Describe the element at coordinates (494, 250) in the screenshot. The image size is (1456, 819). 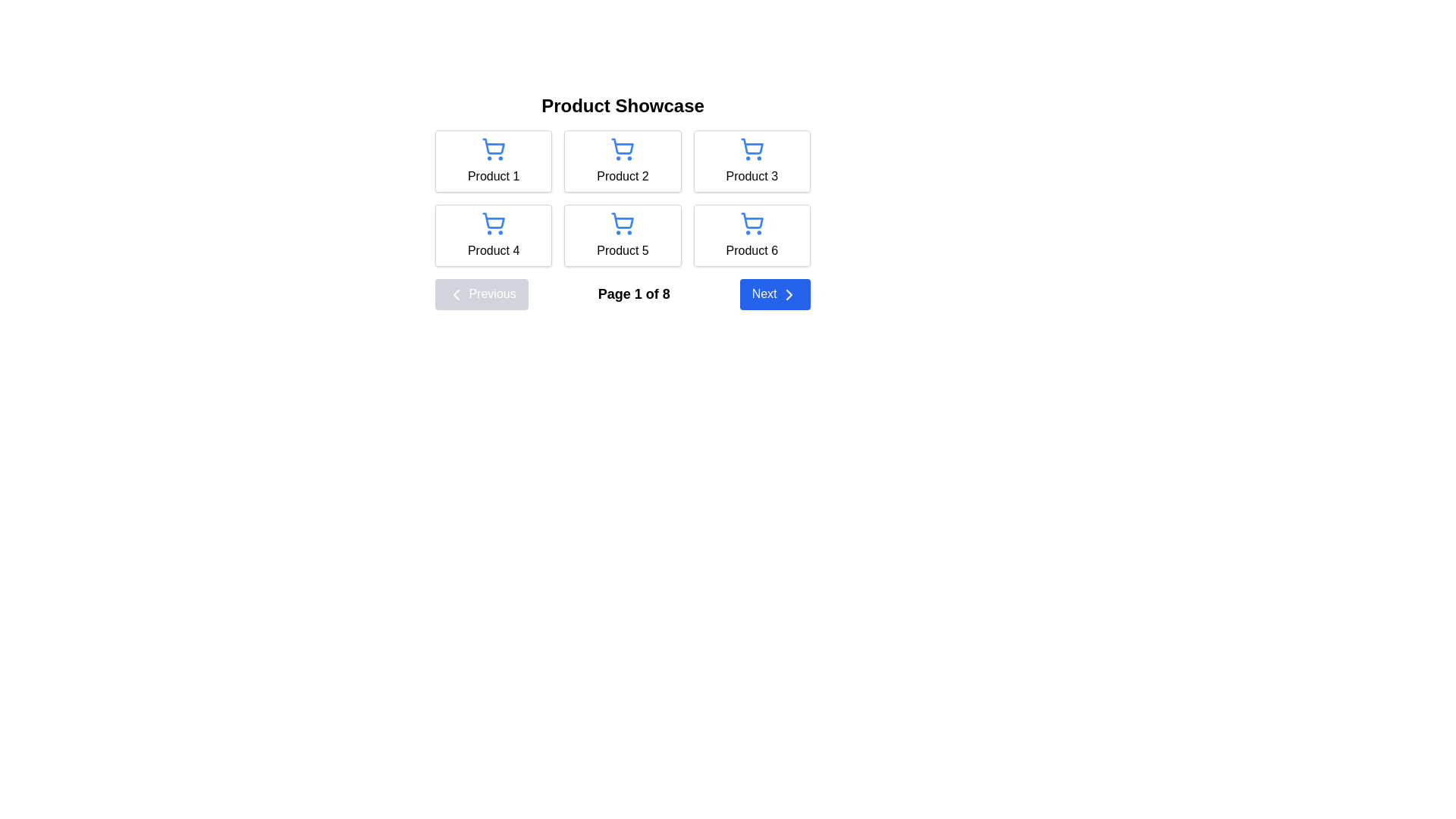
I see `the text label identifying 'Product 4', located in the fourth block of a grid, centered below the shopping cart icon` at that location.